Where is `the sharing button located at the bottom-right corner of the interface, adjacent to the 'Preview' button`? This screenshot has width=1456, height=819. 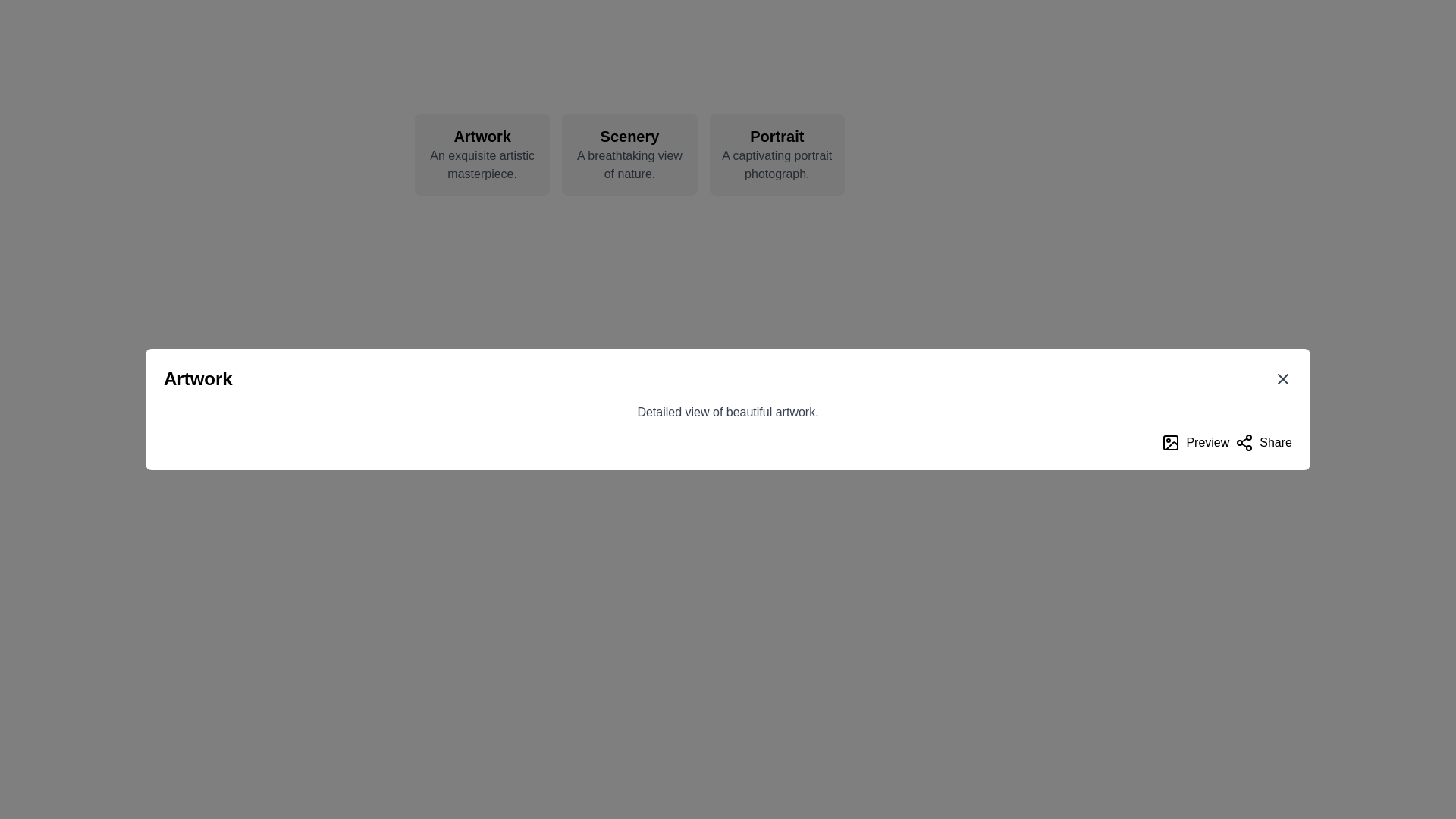 the sharing button located at the bottom-right corner of the interface, adjacent to the 'Preview' button is located at coordinates (1263, 442).